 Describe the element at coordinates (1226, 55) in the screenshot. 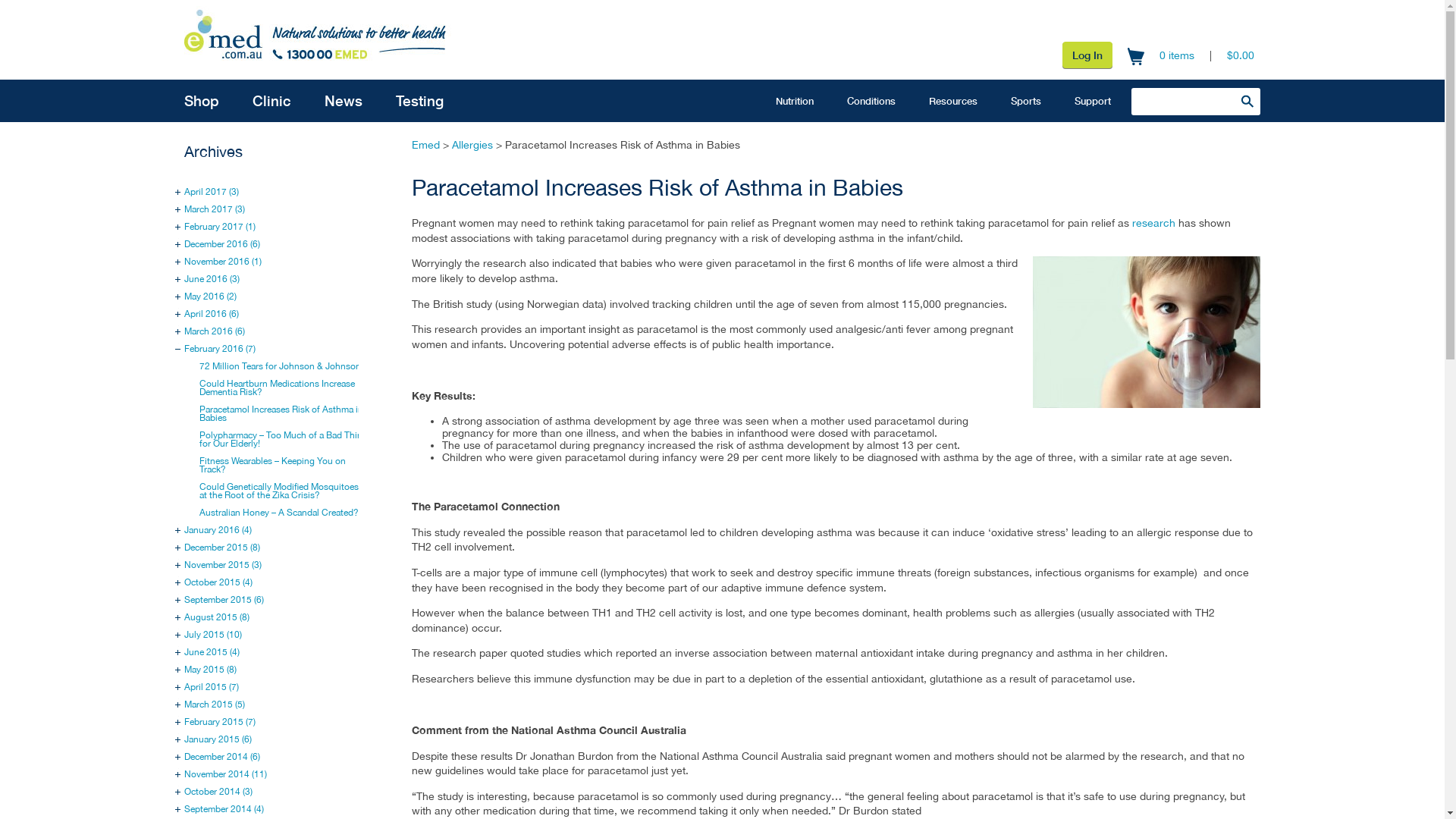

I see `'$0.00'` at that location.